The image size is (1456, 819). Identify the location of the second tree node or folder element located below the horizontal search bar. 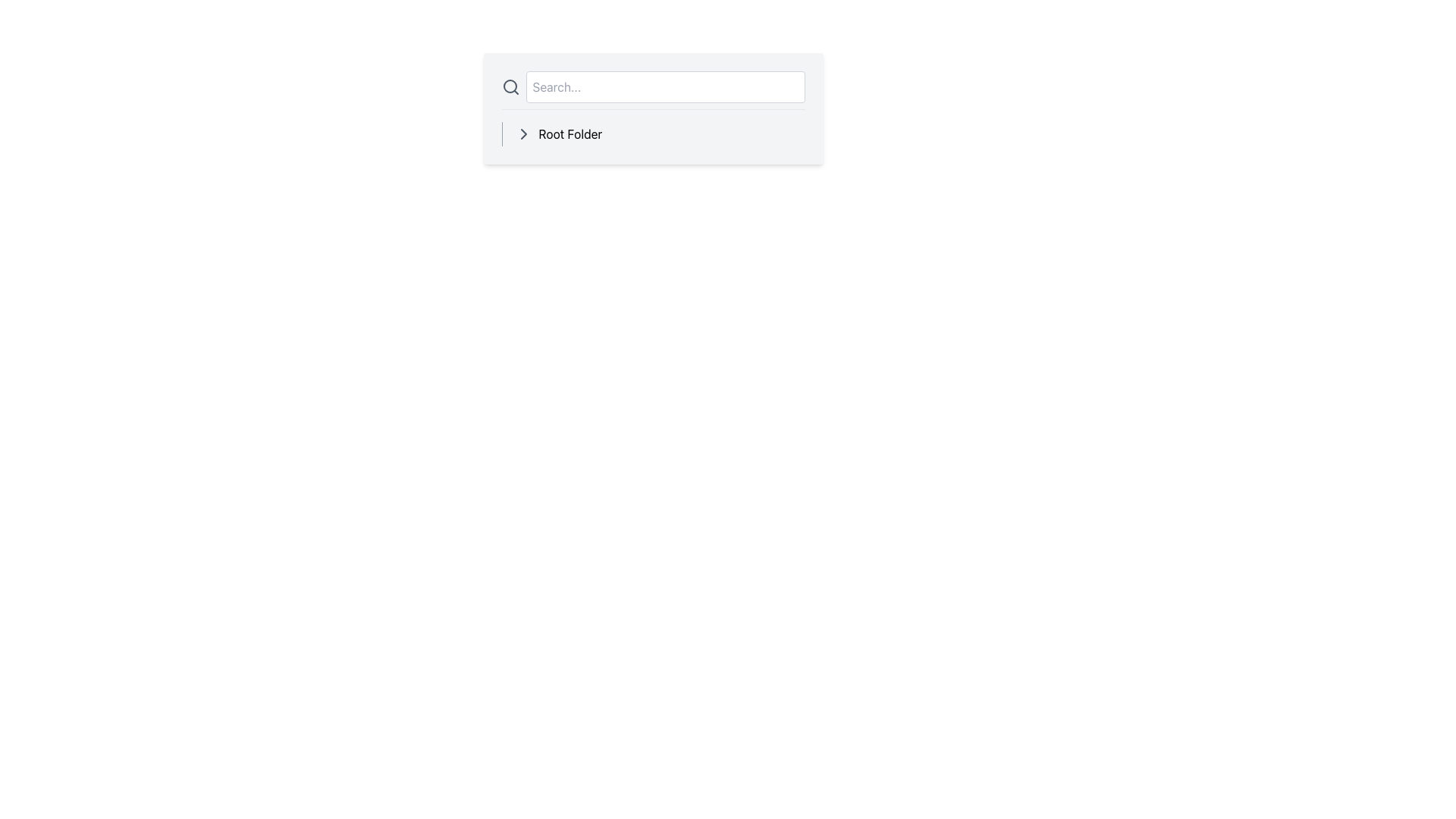
(653, 133).